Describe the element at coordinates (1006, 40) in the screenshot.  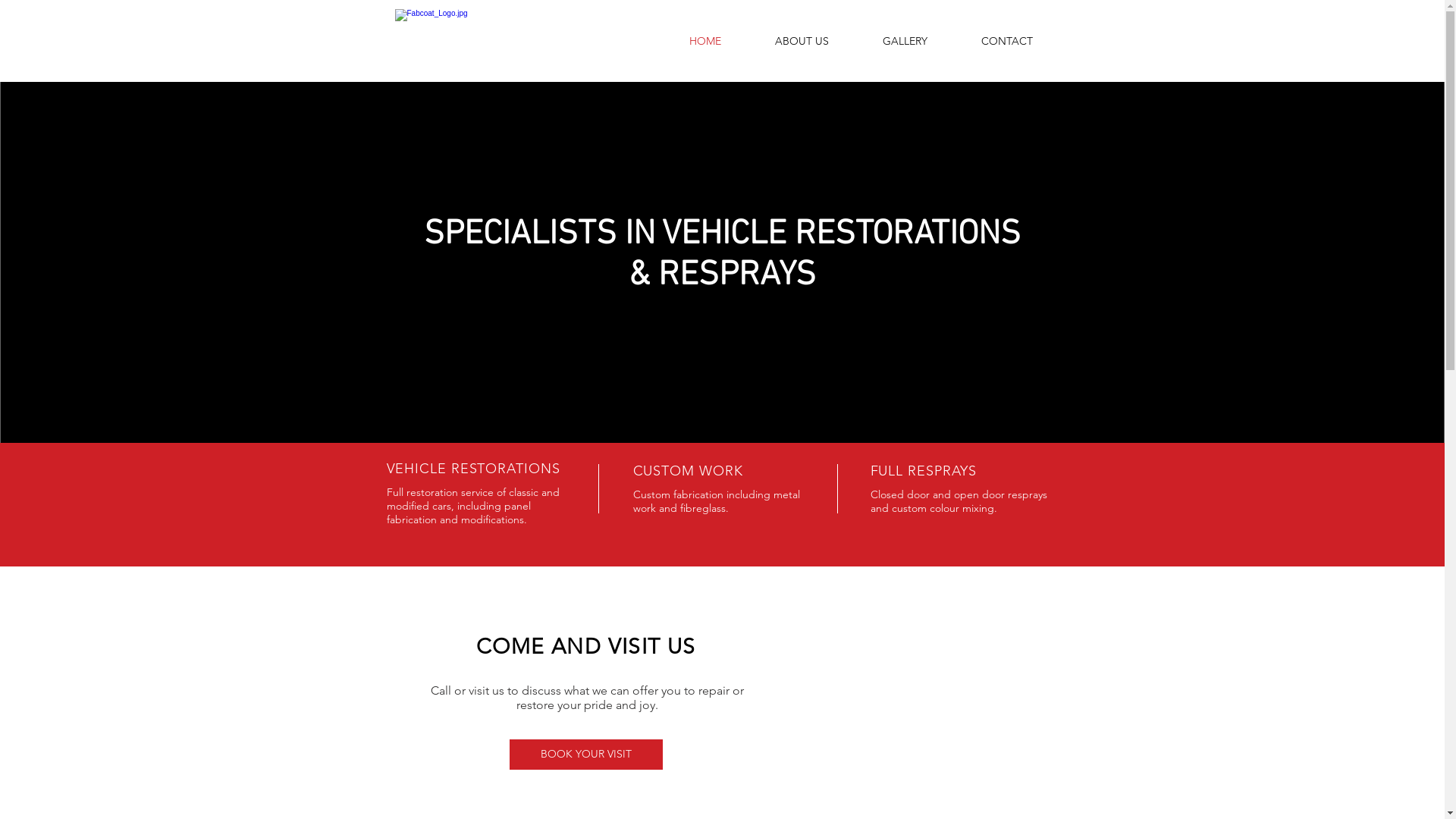
I see `'CONTACT'` at that location.